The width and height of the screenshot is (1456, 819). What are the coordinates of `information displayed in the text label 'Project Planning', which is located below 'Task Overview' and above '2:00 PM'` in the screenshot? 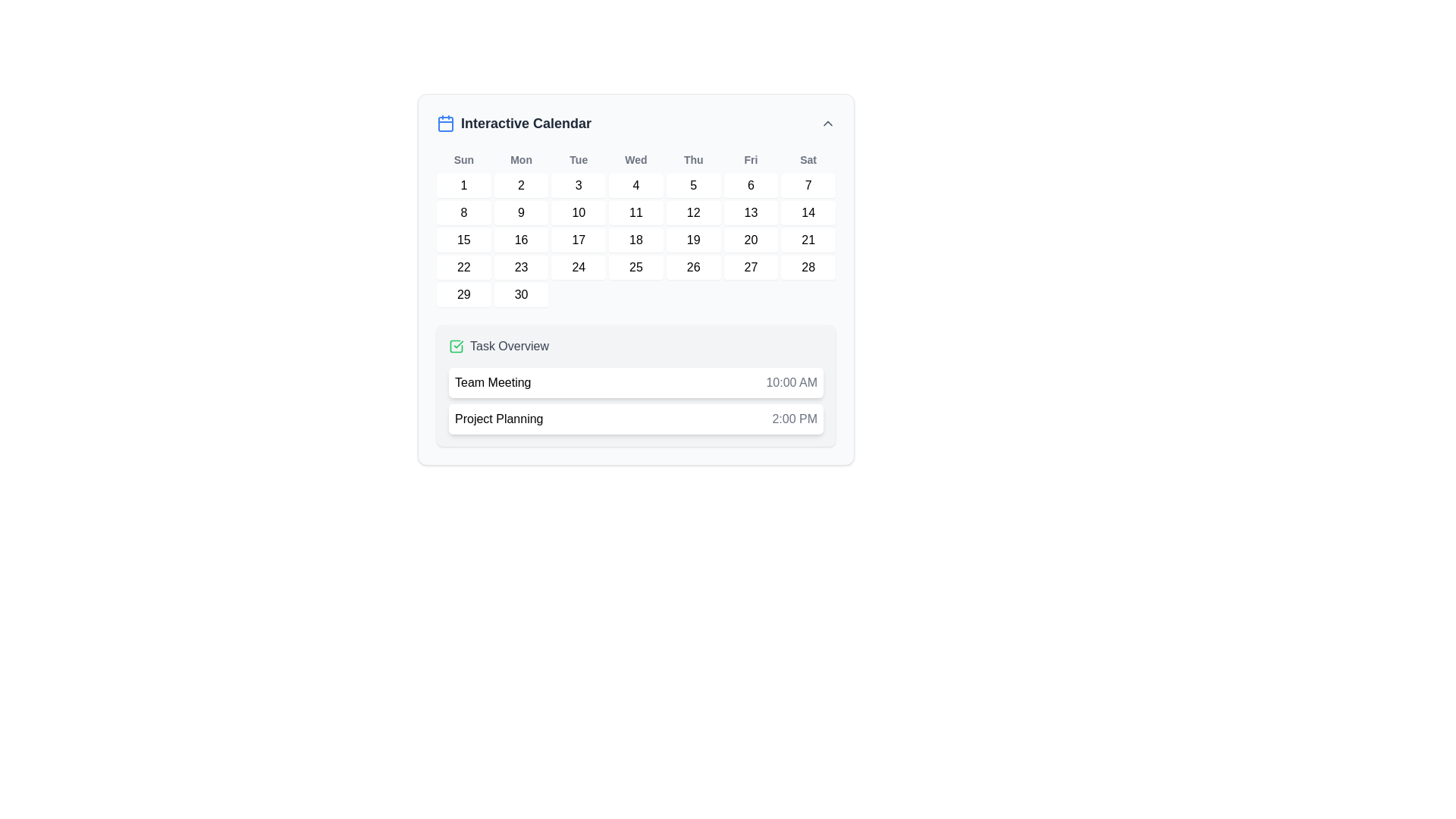 It's located at (499, 419).